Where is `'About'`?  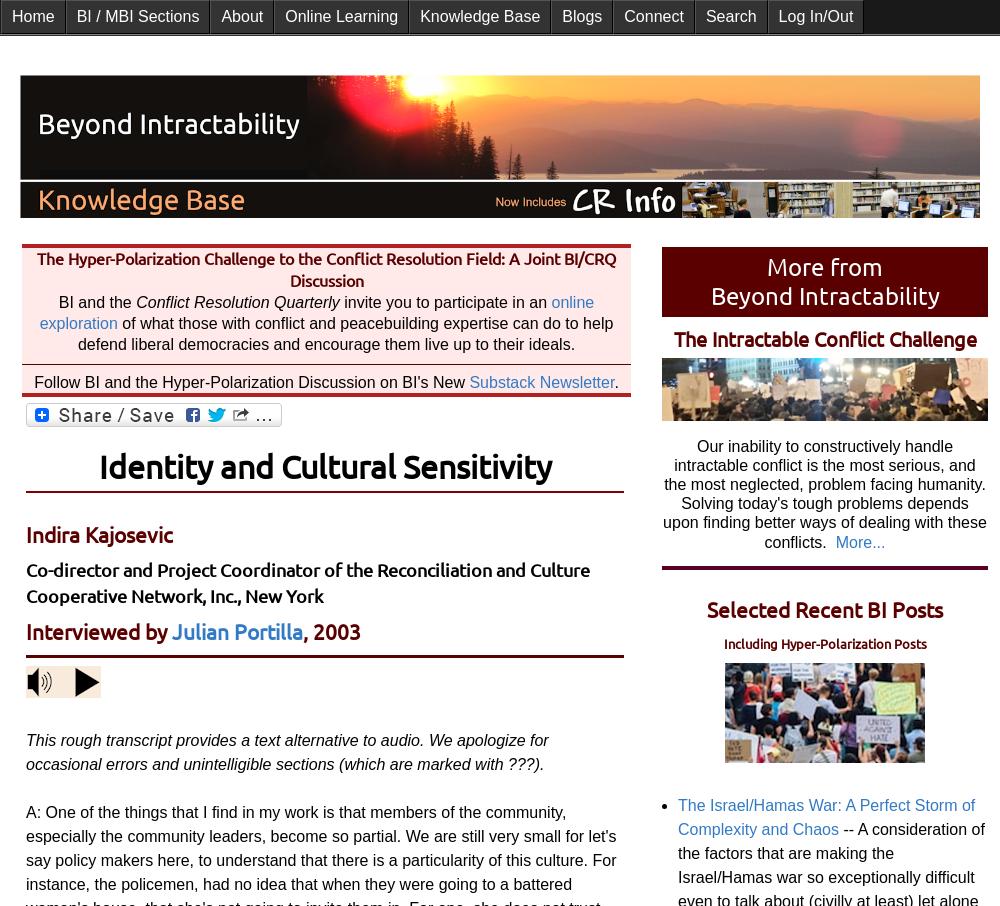
'About' is located at coordinates (241, 15).